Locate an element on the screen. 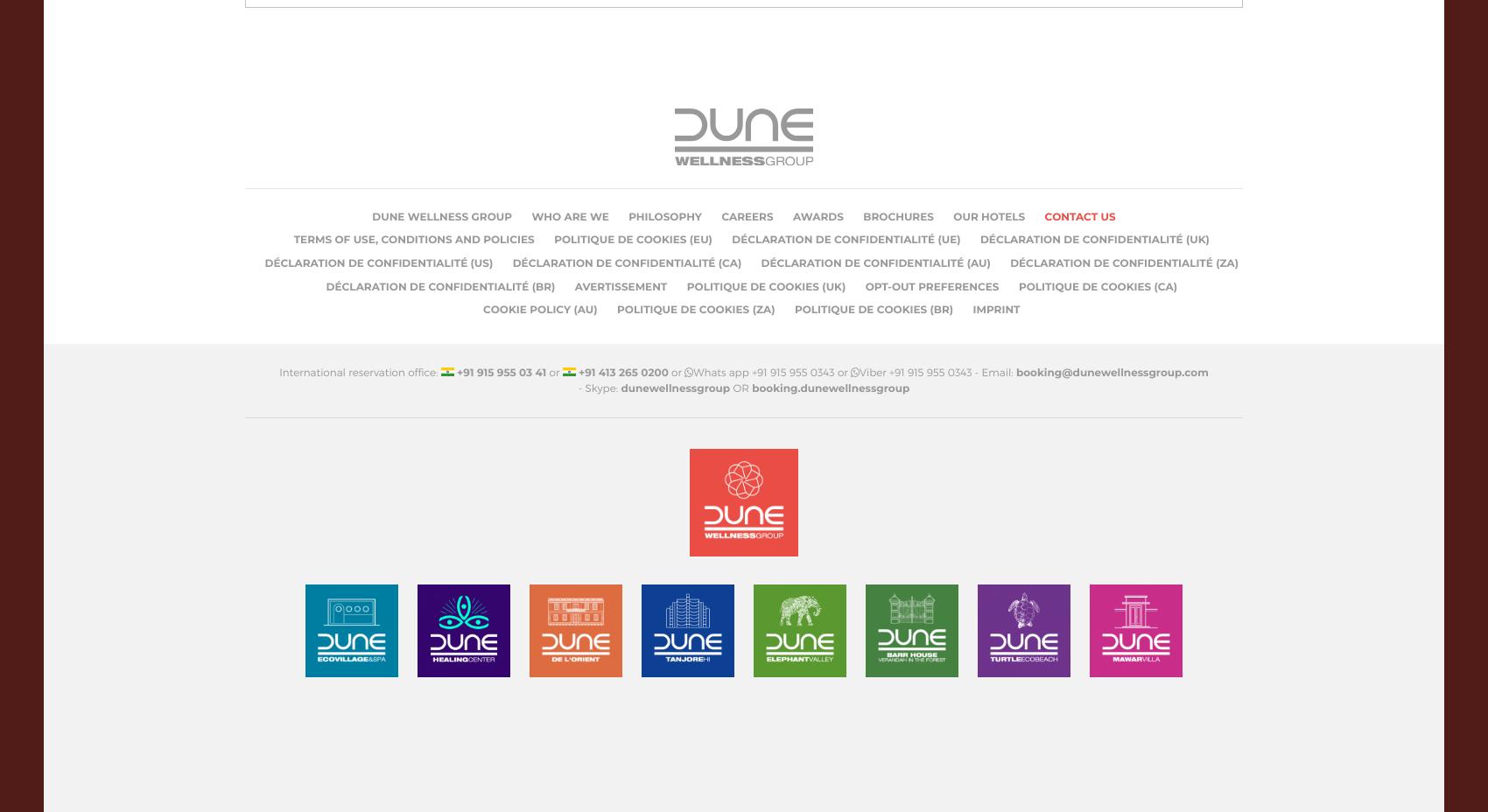 The image size is (1488, 812). 'Dune Wellness Group' is located at coordinates (372, 215).